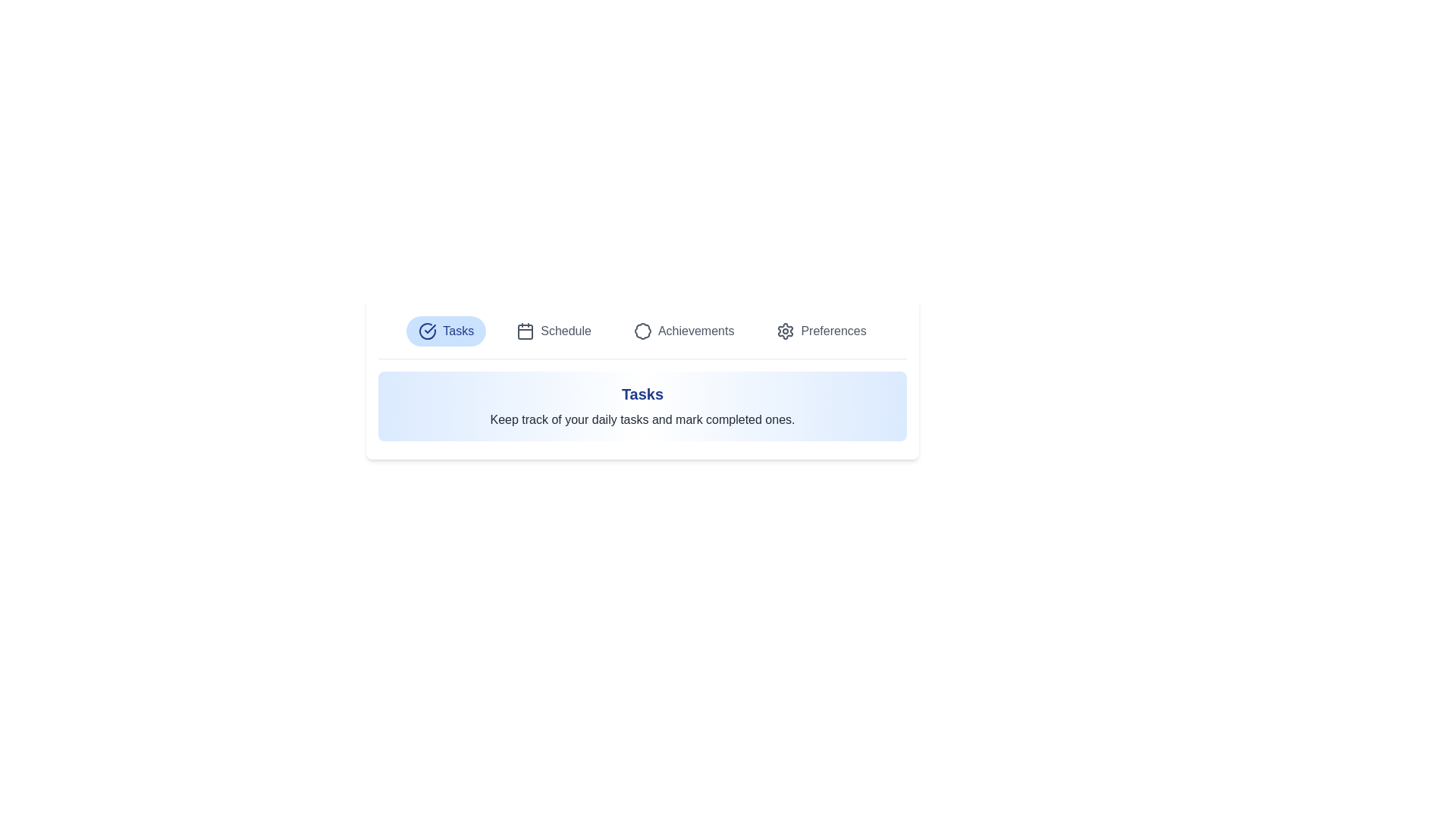 The width and height of the screenshot is (1456, 819). What do you see at coordinates (821, 330) in the screenshot?
I see `the 'Preferences' button, which is the last button in a row of horizontally-aligned buttons, featuring a cogwheel icon and gray text` at bounding box center [821, 330].